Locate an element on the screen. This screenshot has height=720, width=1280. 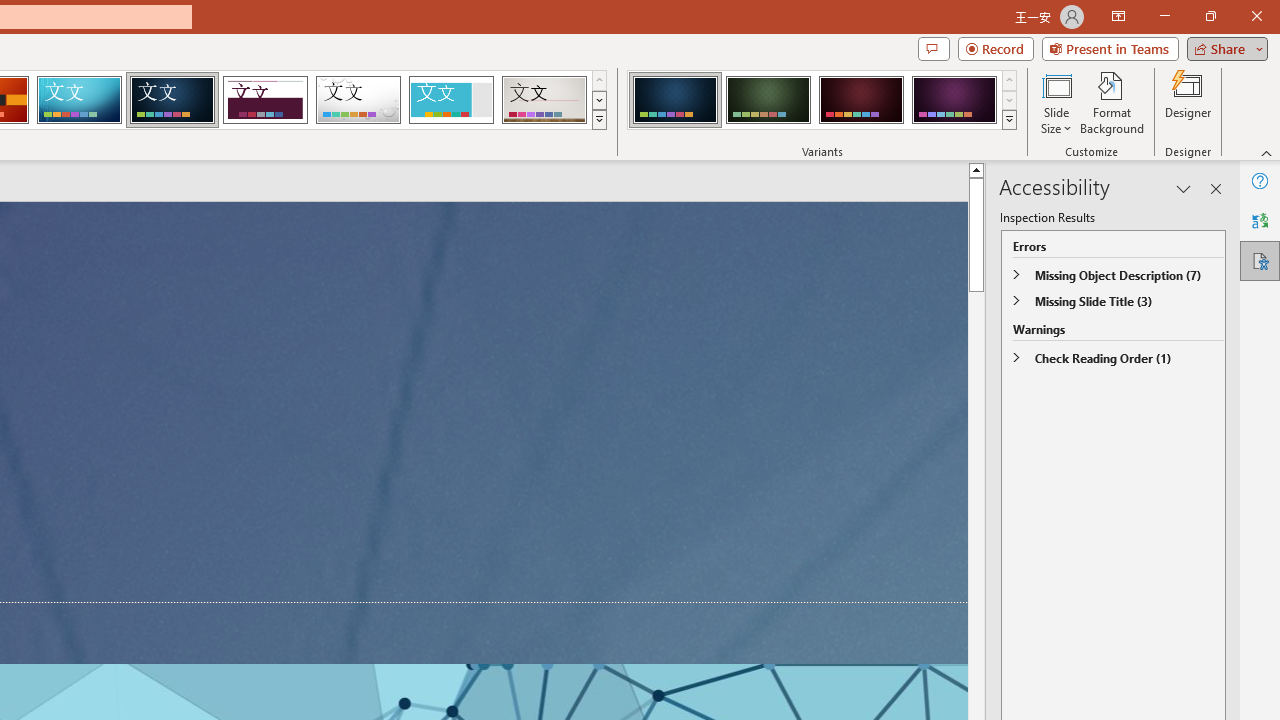
'Themes' is located at coordinates (598, 120).